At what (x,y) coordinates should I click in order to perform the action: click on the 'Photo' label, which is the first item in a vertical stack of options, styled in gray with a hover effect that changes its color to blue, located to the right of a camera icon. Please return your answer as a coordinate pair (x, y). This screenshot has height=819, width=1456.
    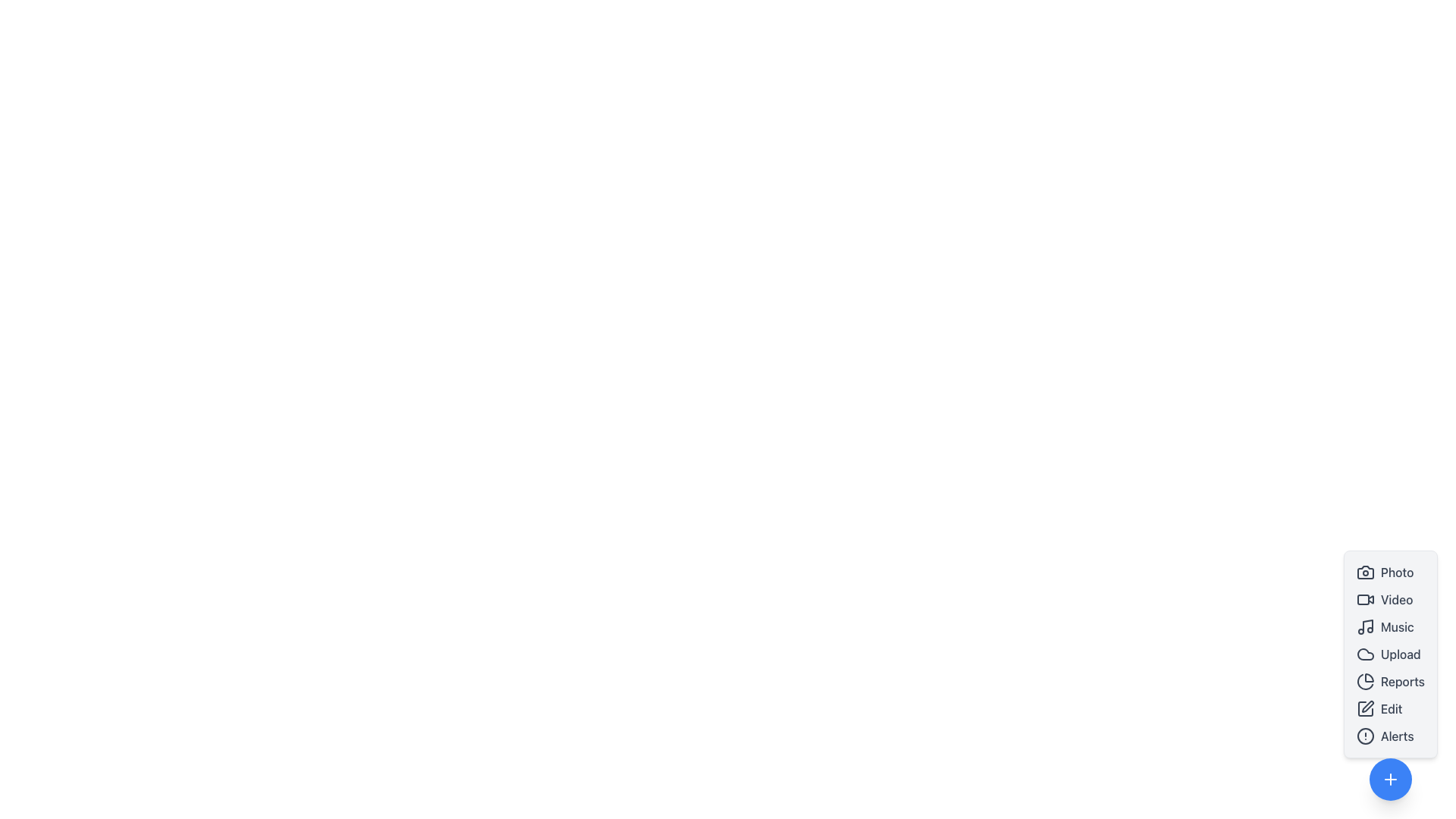
    Looking at the image, I should click on (1396, 573).